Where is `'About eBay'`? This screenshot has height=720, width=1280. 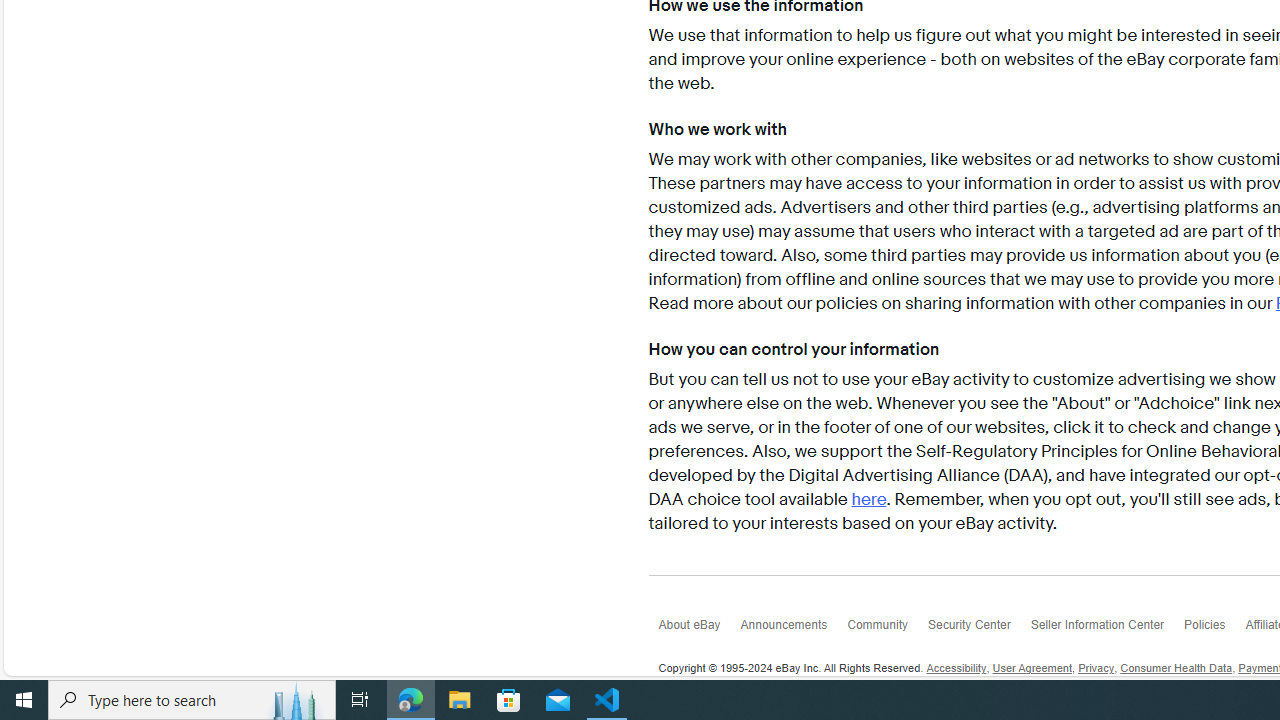
'About eBay' is located at coordinates (699, 630).